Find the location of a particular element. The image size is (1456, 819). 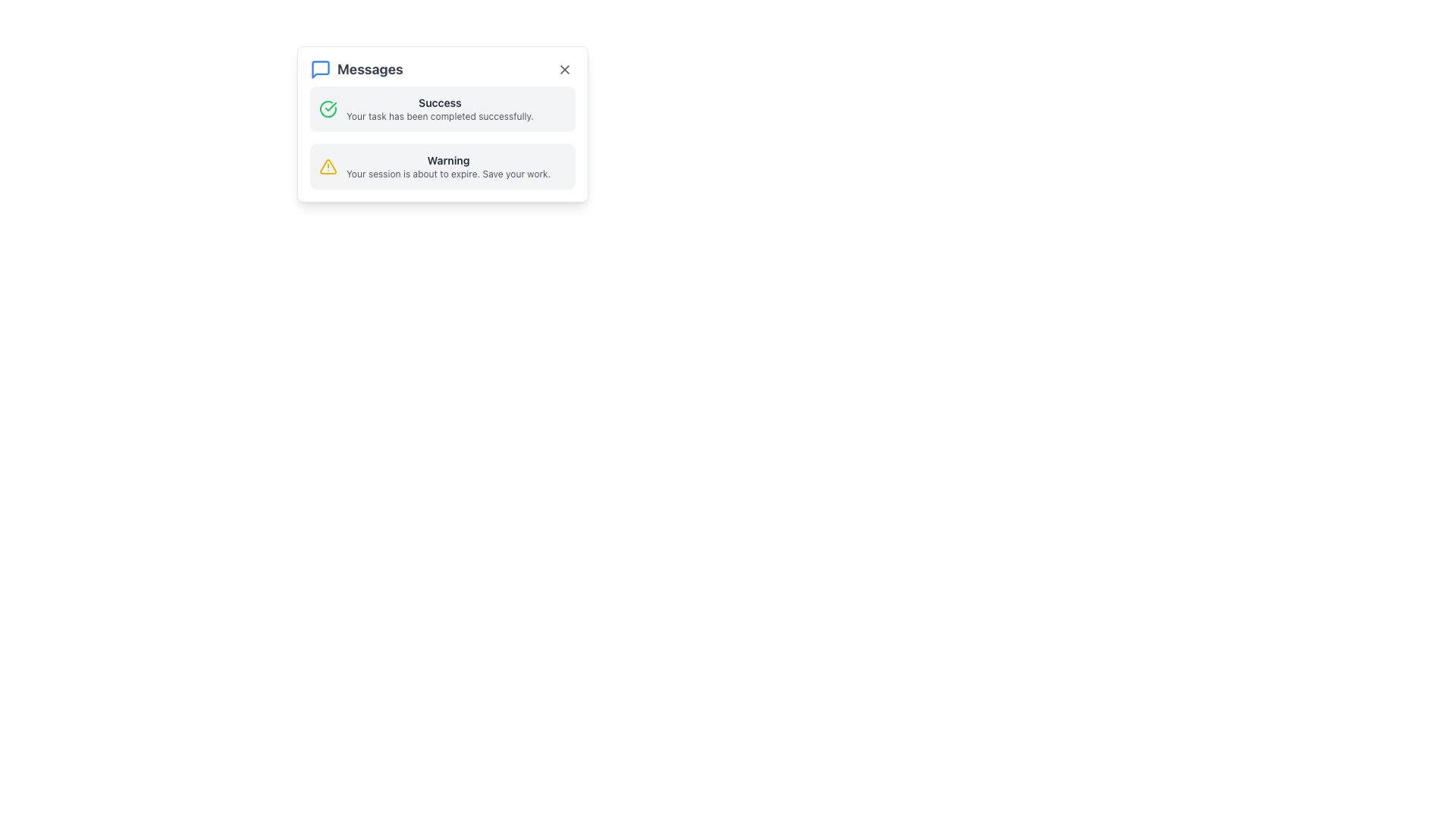

the Text Label that states 'Your session is about to expire. Save your work.' which is located below the bold 'Warning' heading in the notification box is located at coordinates (447, 174).